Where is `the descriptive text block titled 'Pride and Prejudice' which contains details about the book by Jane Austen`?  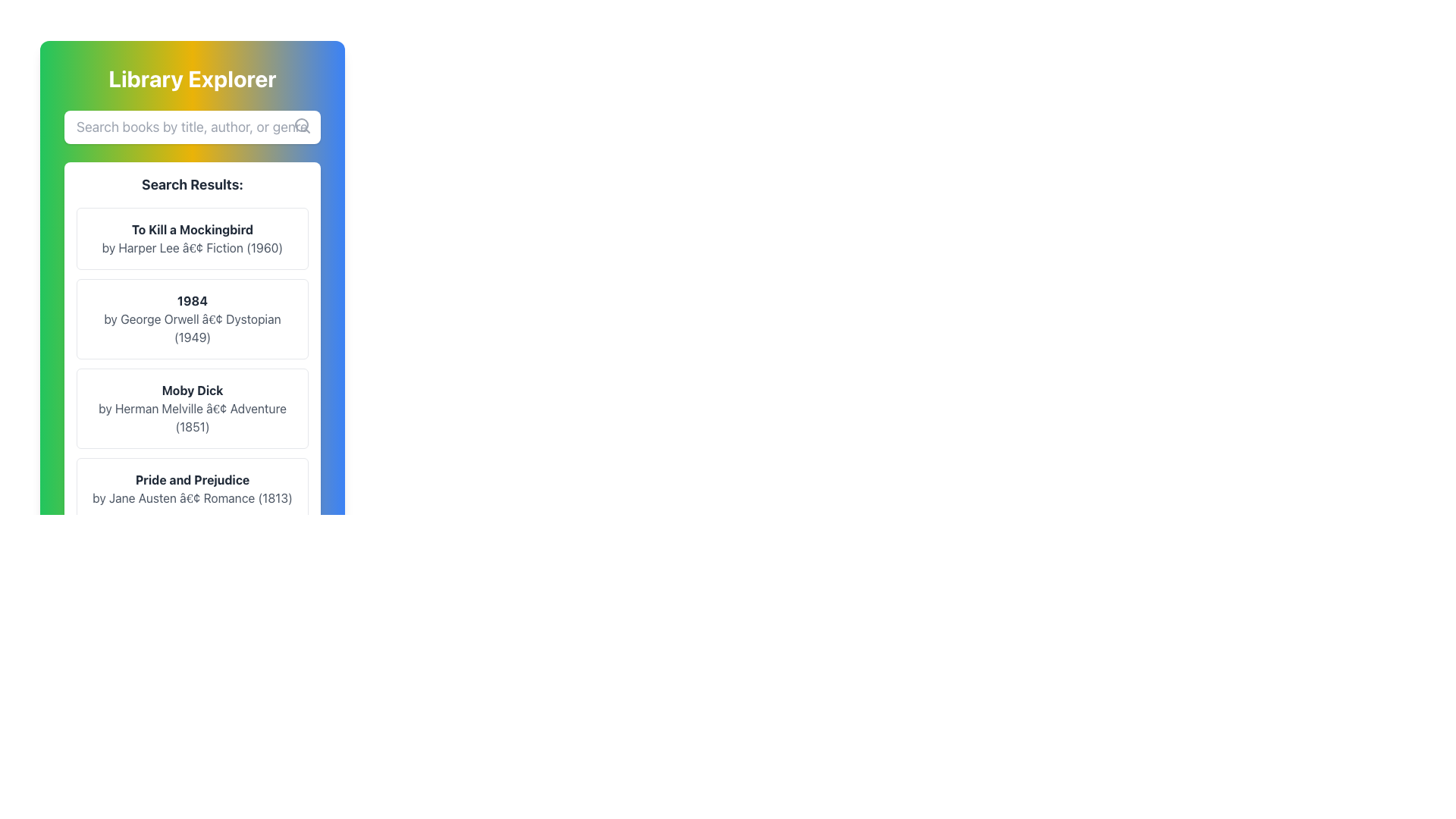 the descriptive text block titled 'Pride and Prejudice' which contains details about the book by Jane Austen is located at coordinates (192, 488).